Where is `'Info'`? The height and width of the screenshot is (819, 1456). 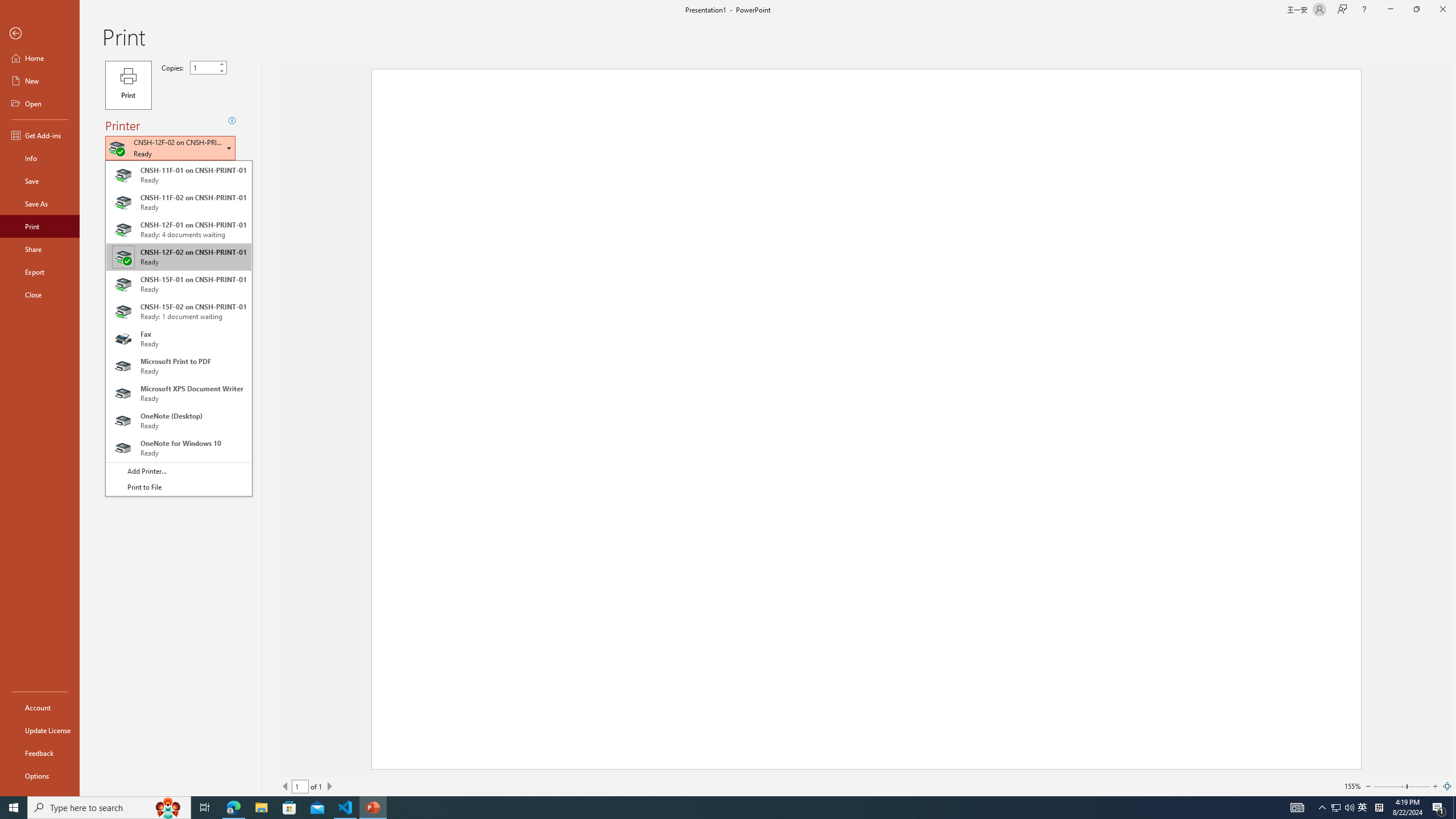
'Info' is located at coordinates (39, 157).